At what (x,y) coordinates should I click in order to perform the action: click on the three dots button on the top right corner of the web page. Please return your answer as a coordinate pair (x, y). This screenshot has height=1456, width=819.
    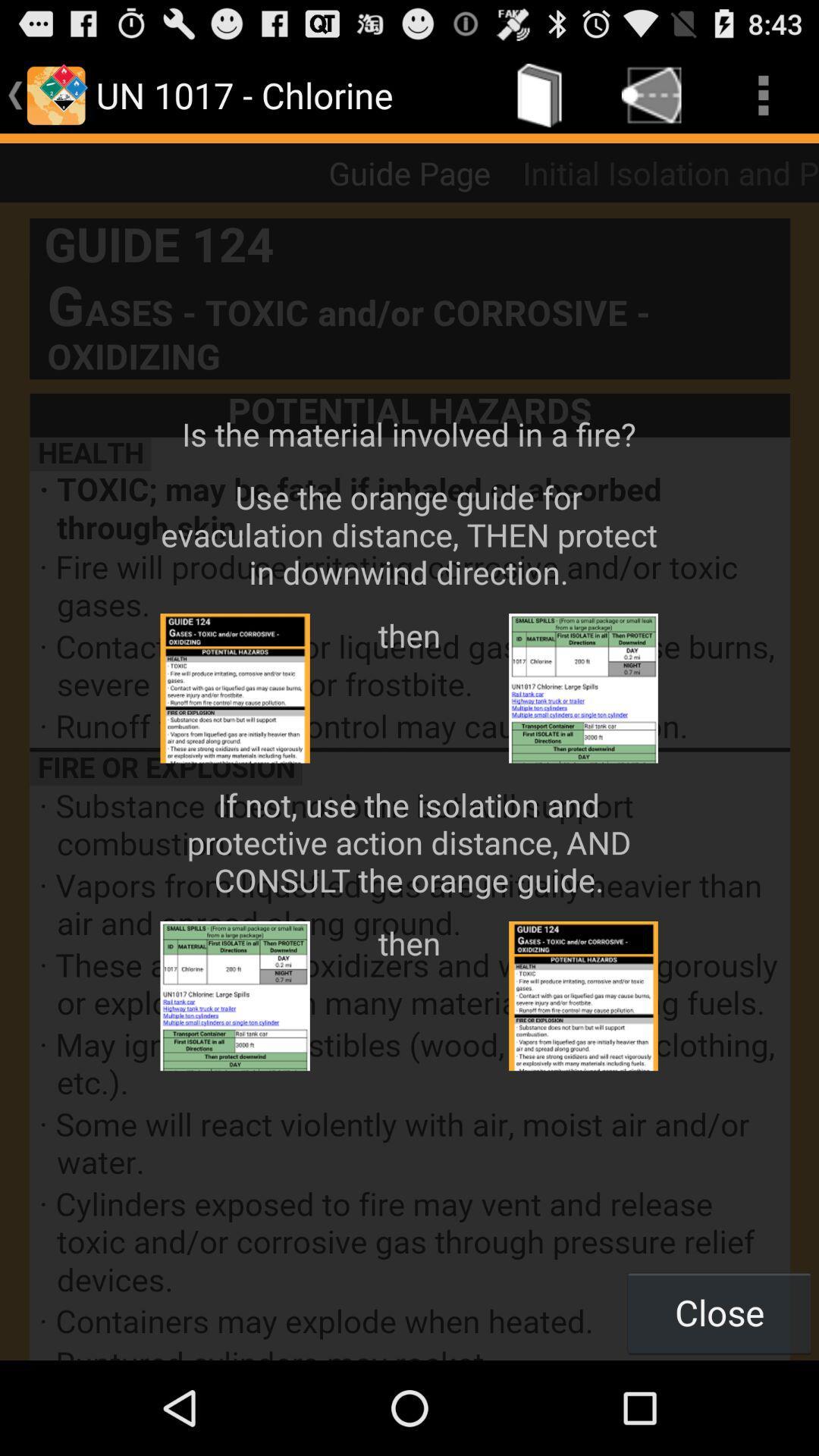
    Looking at the image, I should click on (763, 94).